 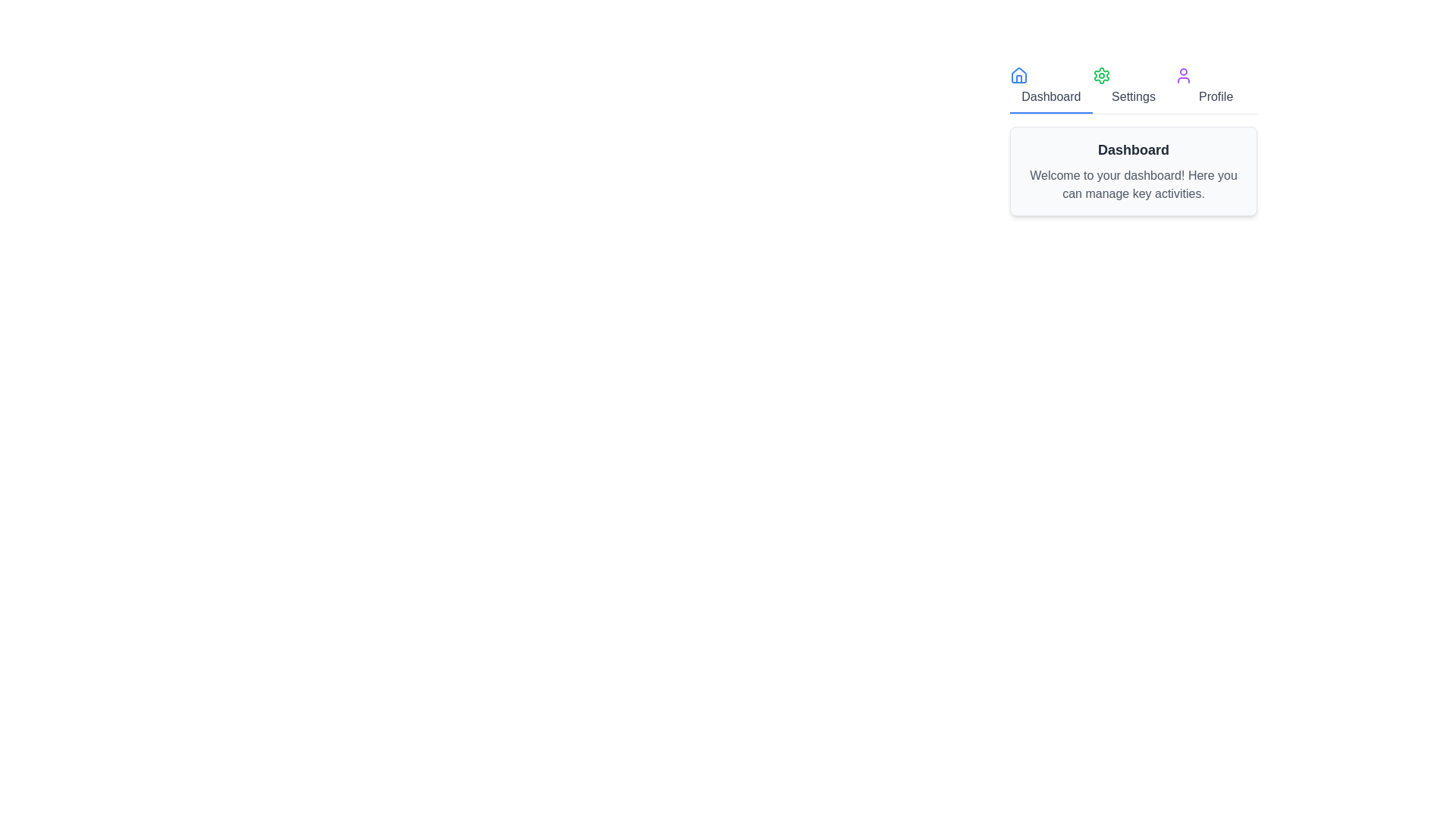 I want to click on the tab labeled Dashboard, so click(x=1050, y=87).